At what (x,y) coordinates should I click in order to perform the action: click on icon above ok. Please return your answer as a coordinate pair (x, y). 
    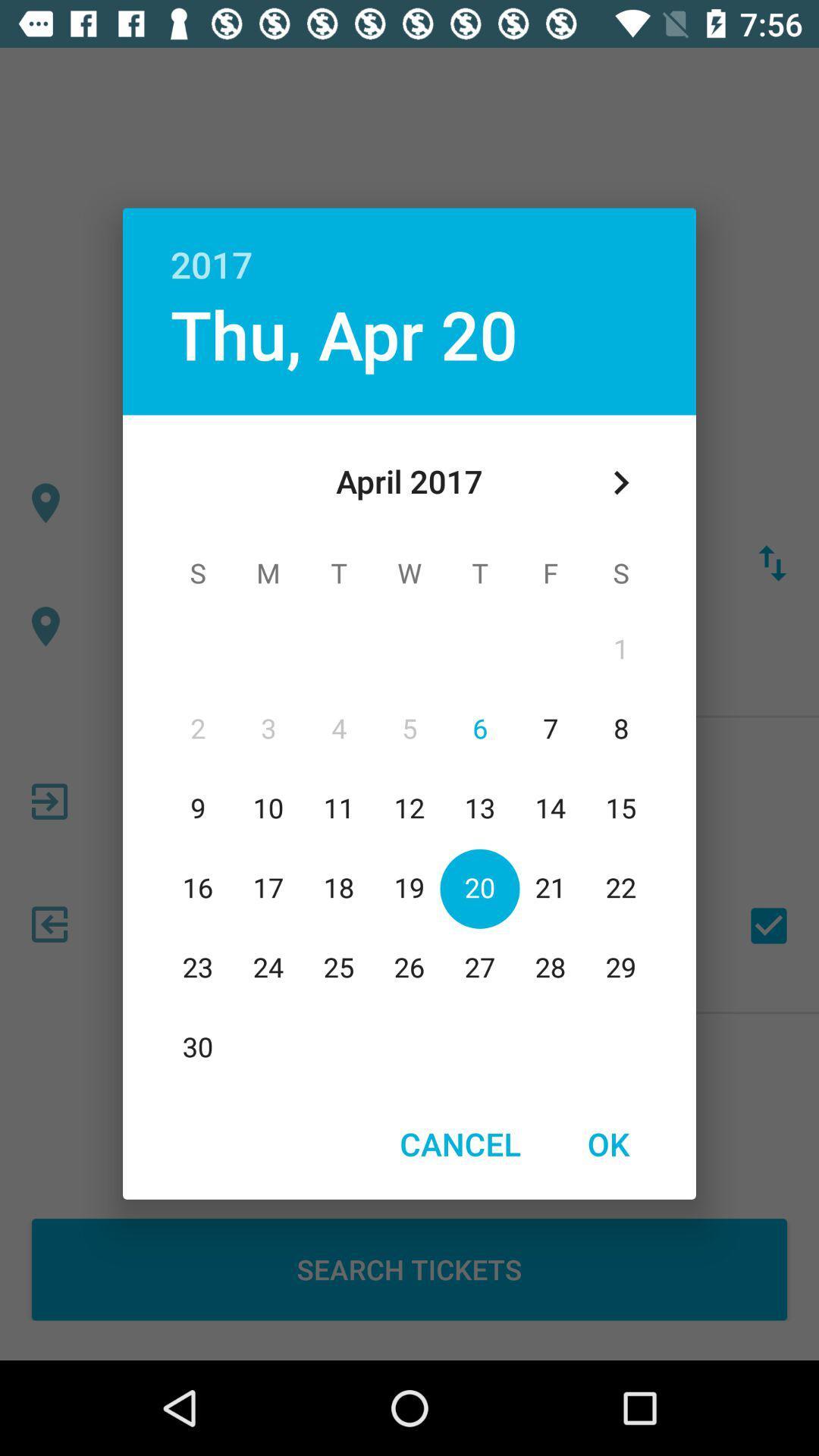
    Looking at the image, I should click on (620, 482).